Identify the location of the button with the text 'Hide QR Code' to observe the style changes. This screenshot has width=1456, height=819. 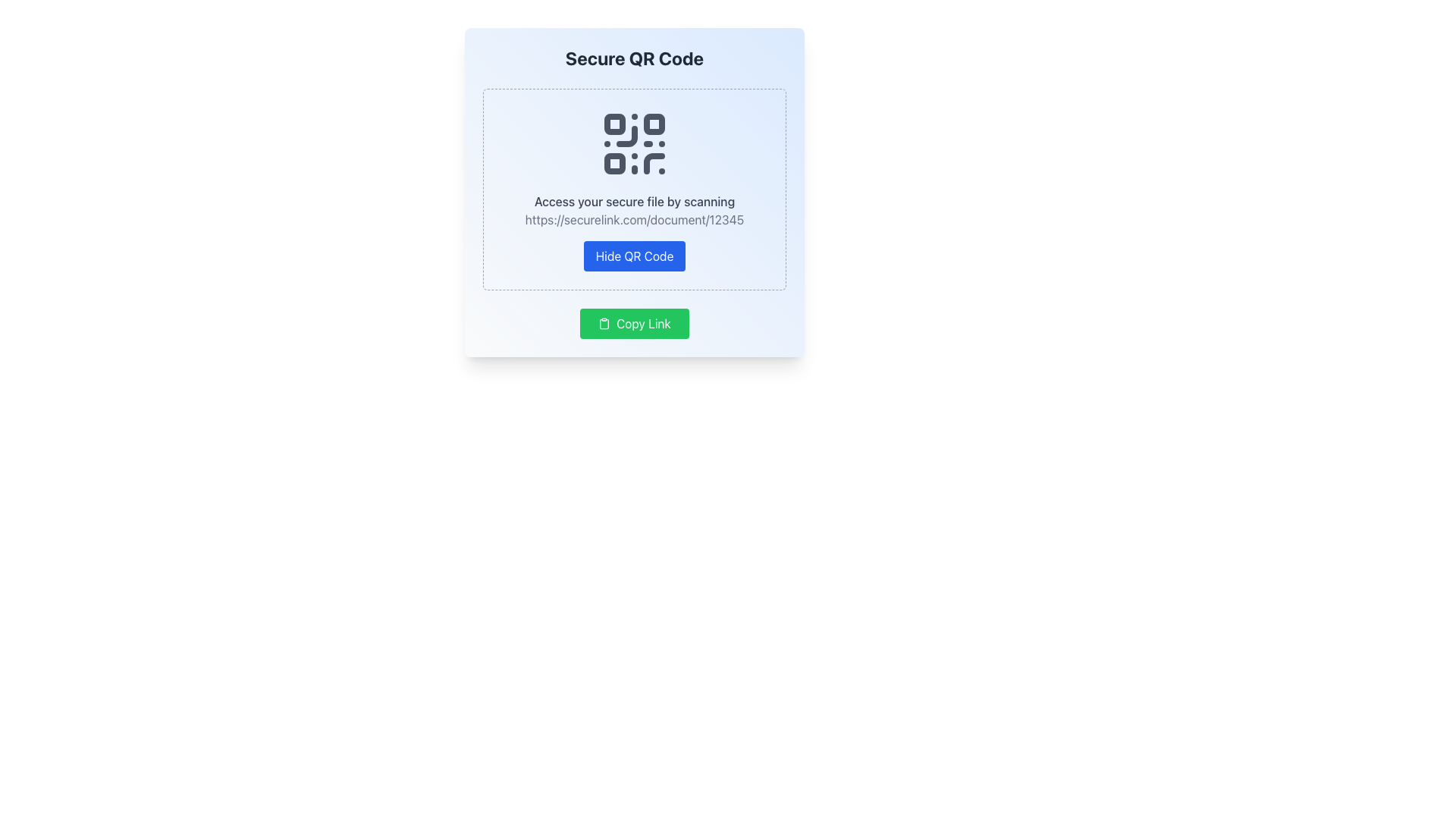
(634, 256).